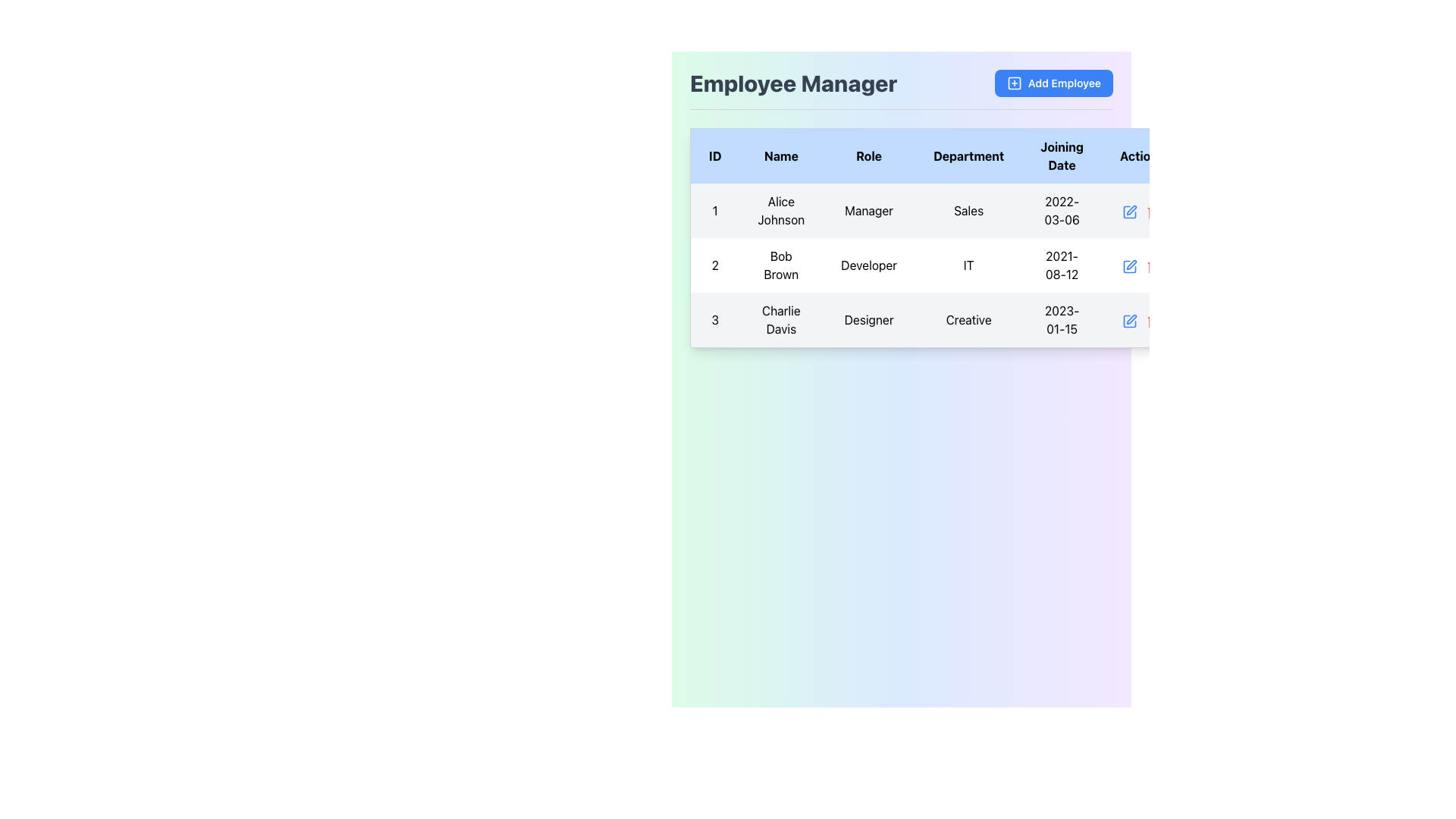 Image resolution: width=1456 pixels, height=819 pixels. I want to click on the Static Text element that identifies the row in the dataset, located in the third row of the first column of the table, so click(714, 319).